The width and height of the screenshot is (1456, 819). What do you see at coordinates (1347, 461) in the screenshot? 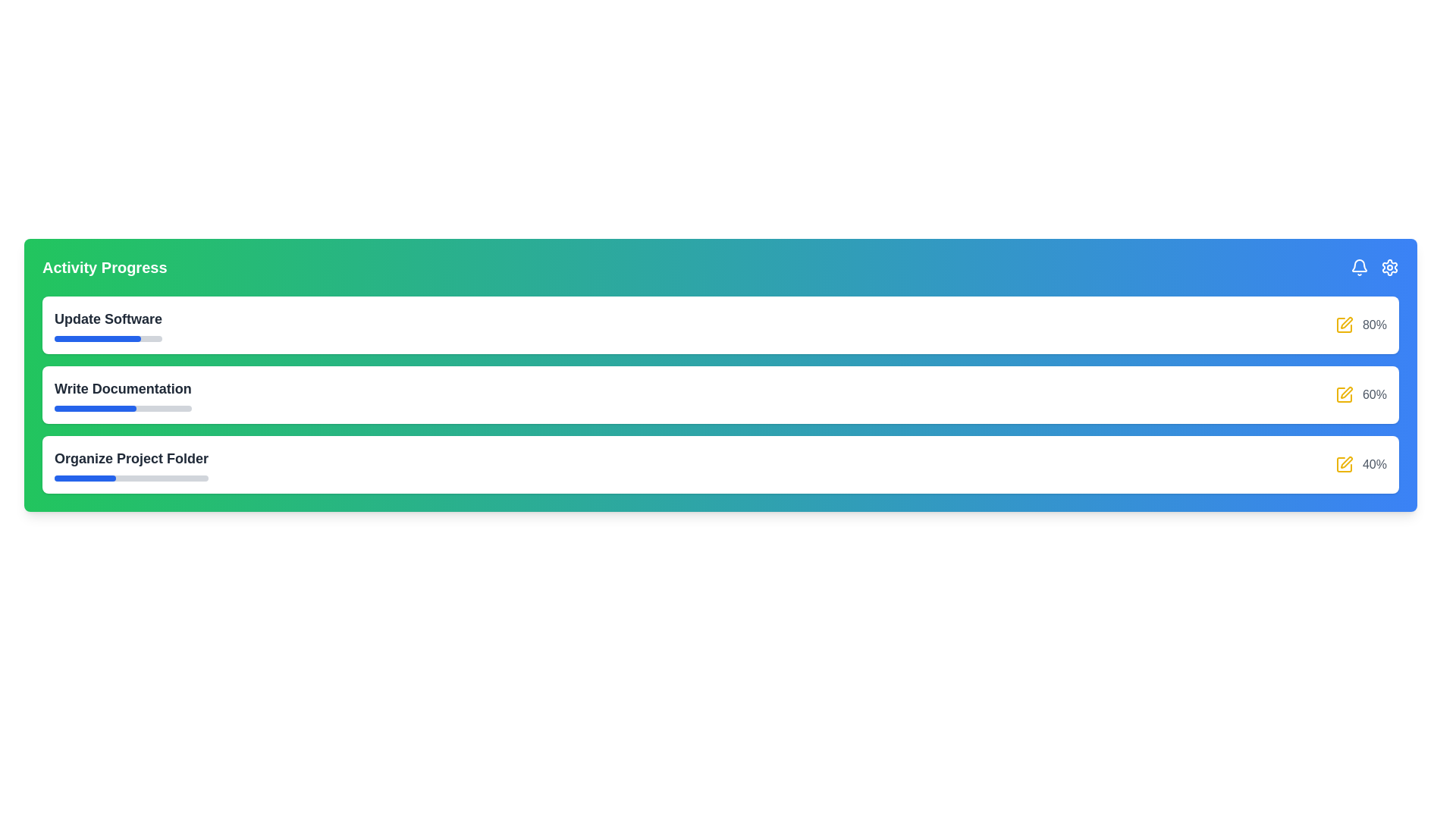
I see `the edit icon located at the right side of the third progress row, adjacent to the '40%' percentage indicator` at bounding box center [1347, 461].